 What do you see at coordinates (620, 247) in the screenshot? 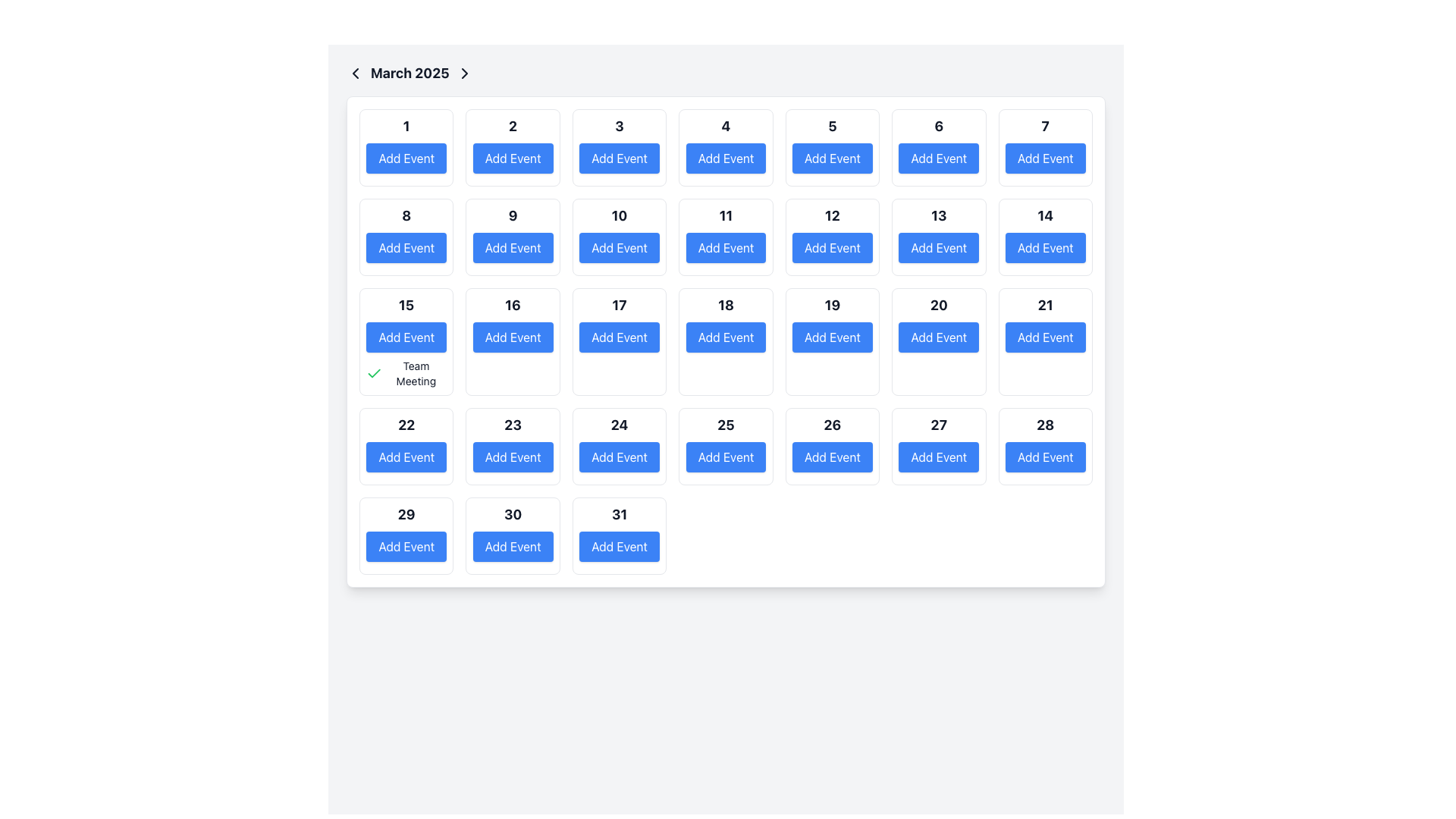
I see `the 'Add Event' button with a blue background and white text, located in the second row, fifth column of the calendar grid` at bounding box center [620, 247].